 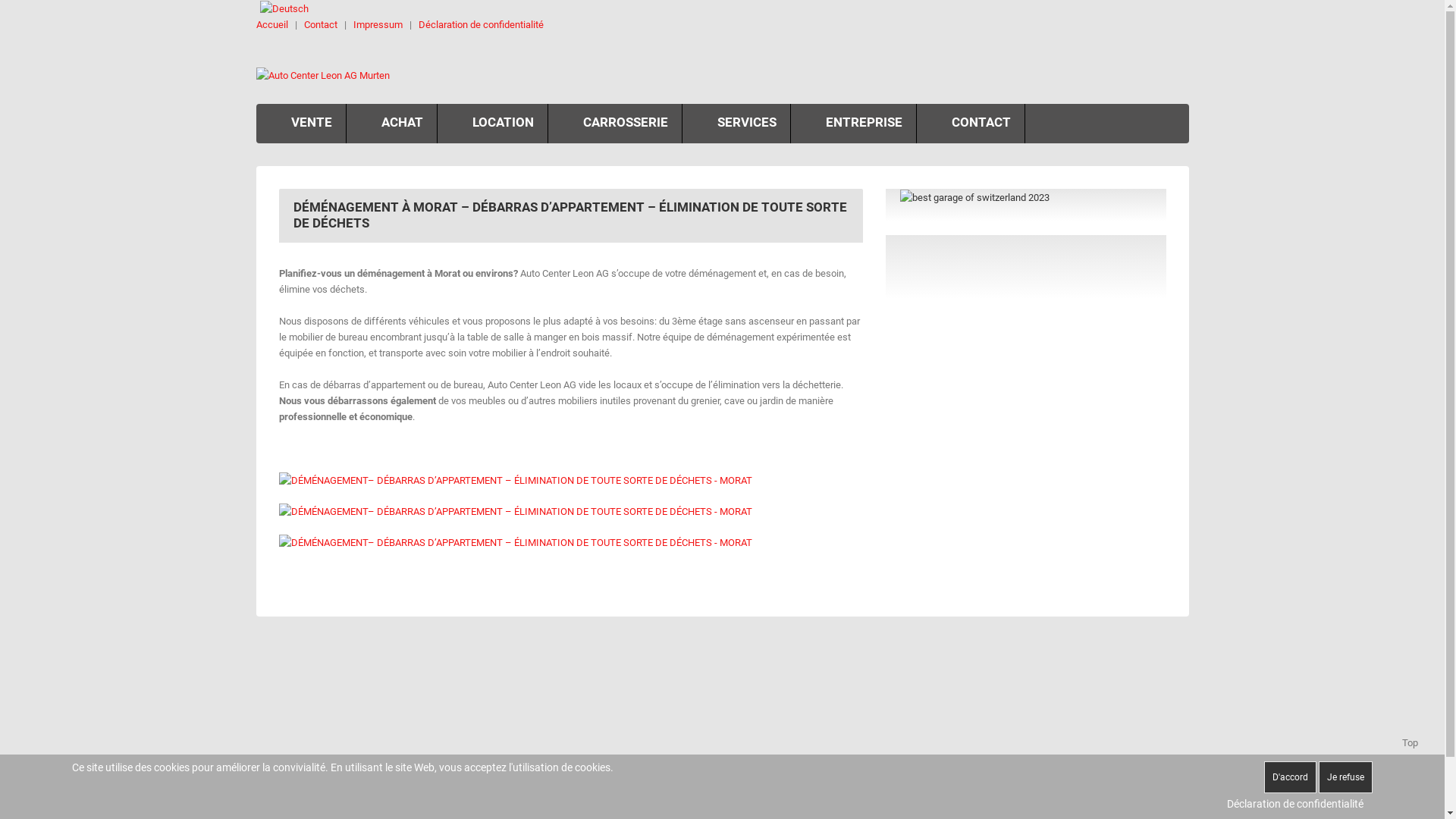 I want to click on 'VENTE', so click(x=301, y=122).